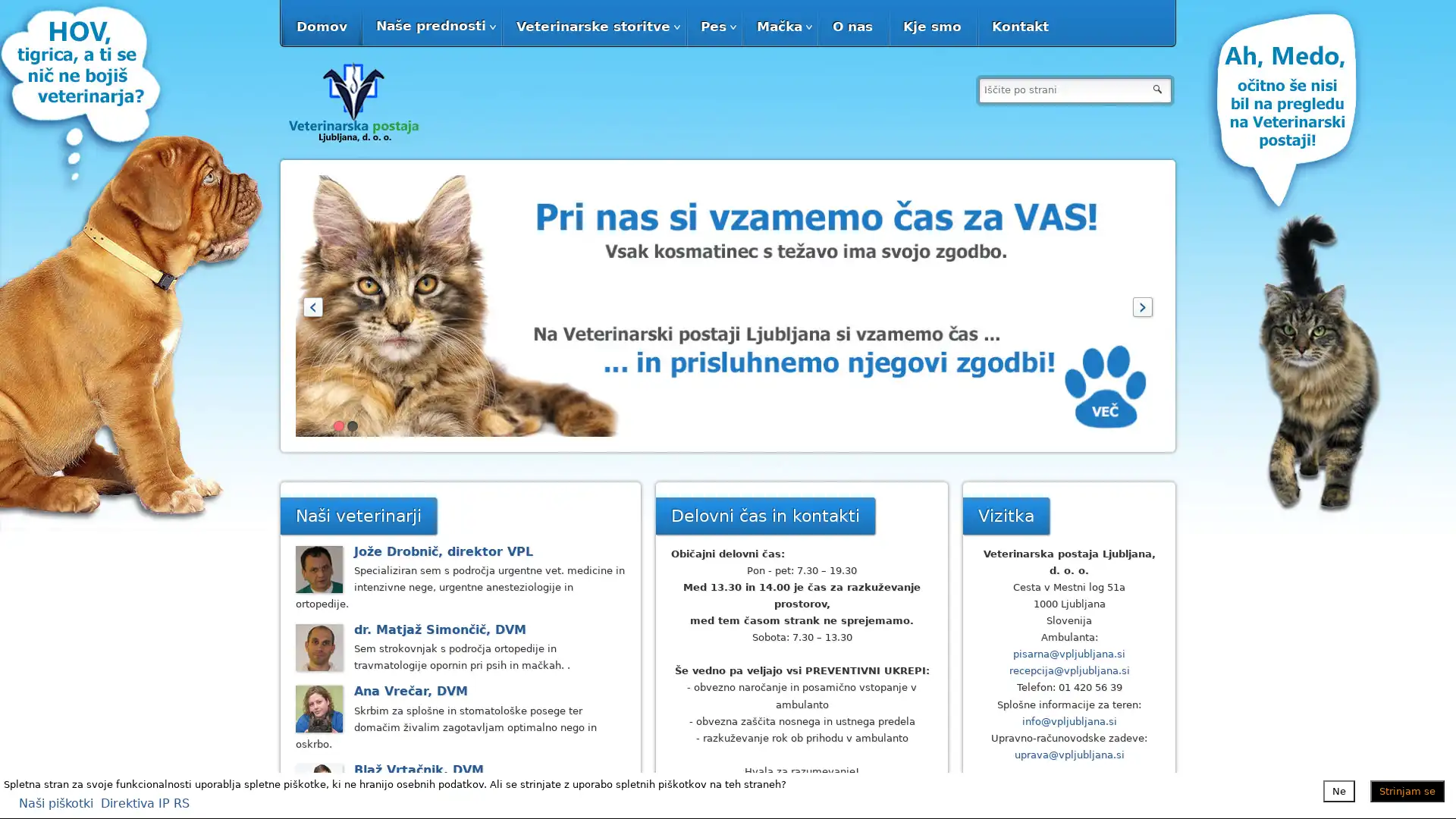 The image size is (1456, 819). Describe the element at coordinates (1407, 789) in the screenshot. I see `Strinjam se` at that location.